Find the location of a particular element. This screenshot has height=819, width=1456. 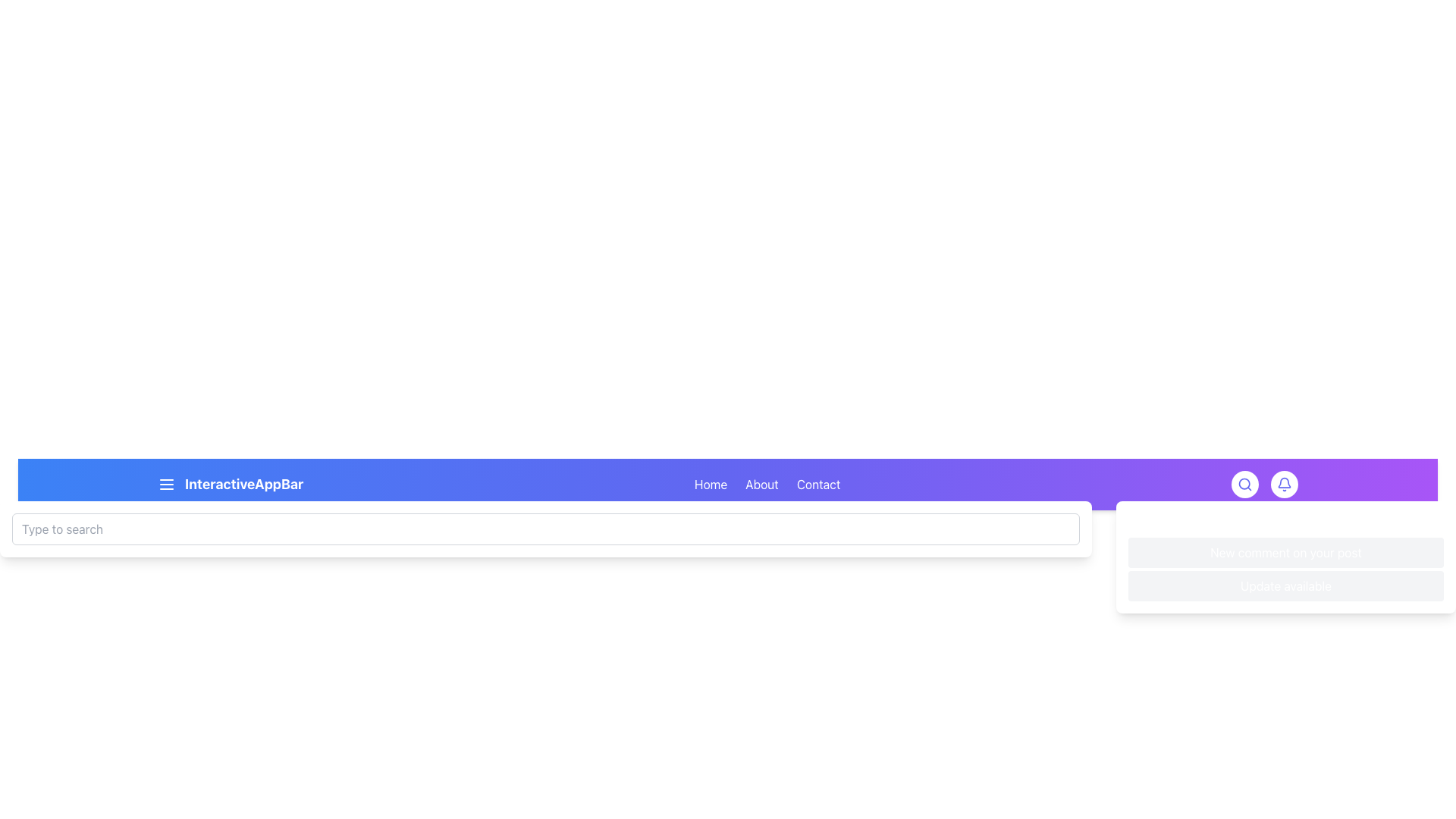

the notification bell icon, which is a stylized bell shape within a circular white background with indigo borders, located in the top-right corner of the interface is located at coordinates (1284, 485).